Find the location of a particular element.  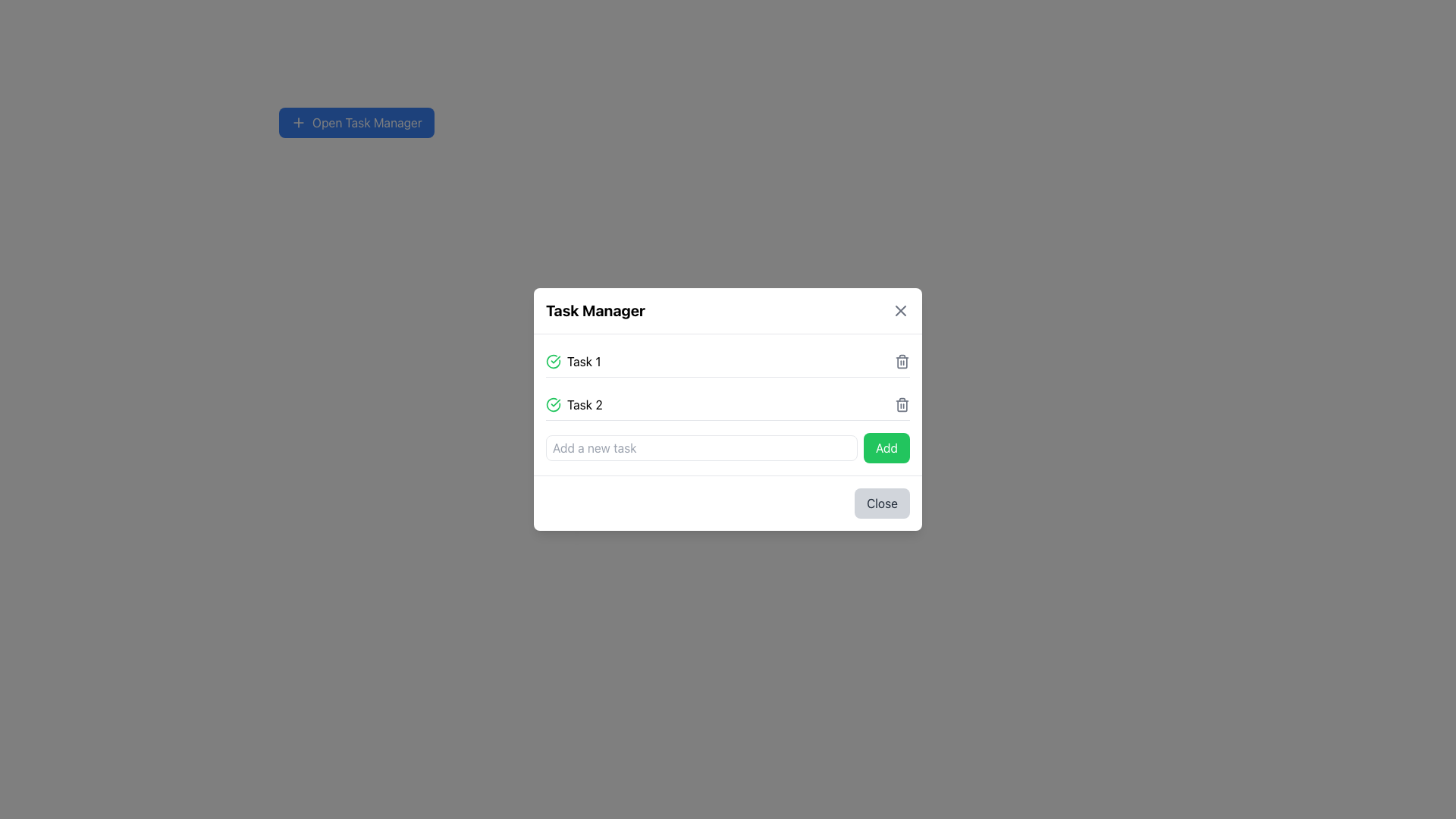

the checkbox of 'Task 1' to mark it as completed in the task list of the task manager modal is located at coordinates (728, 362).